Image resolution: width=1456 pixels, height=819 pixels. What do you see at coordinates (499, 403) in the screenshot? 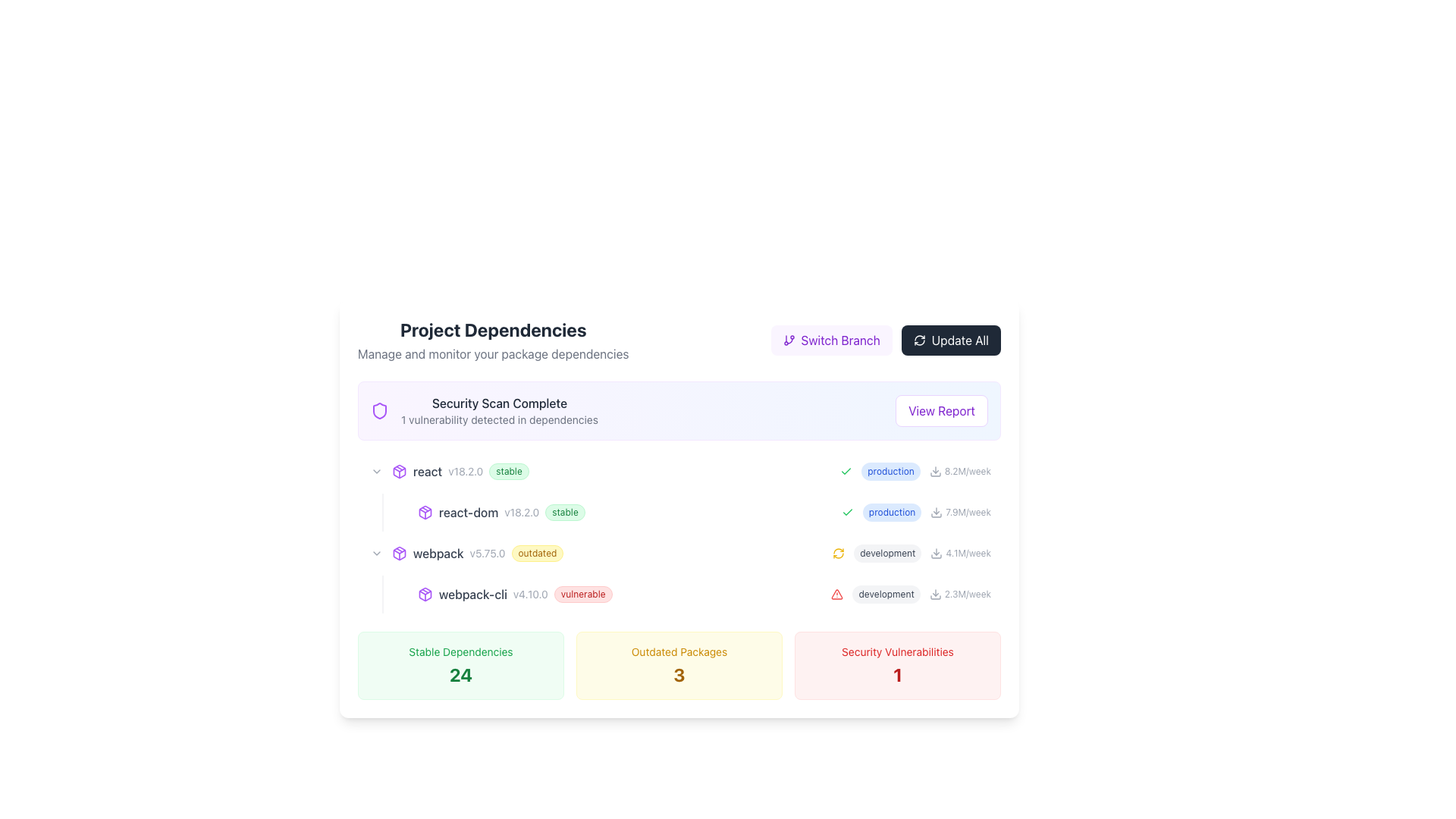
I see `headline text label summarizing the completion of a security scan, which is positioned at the top-center of the card layout for scan results` at bounding box center [499, 403].